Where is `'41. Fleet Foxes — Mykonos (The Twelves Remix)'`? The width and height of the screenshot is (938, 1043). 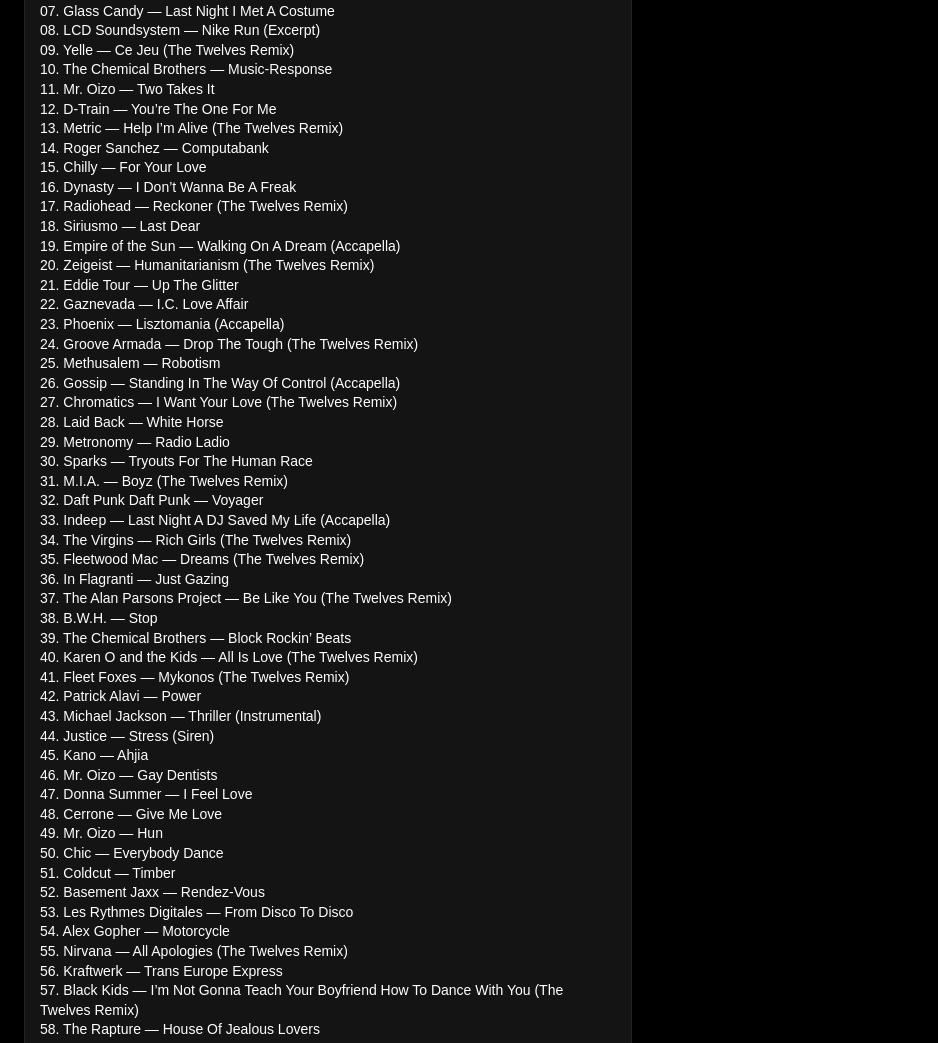
'41. Fleet Foxes — Mykonos (The Twelves Remix)' is located at coordinates (38, 675).